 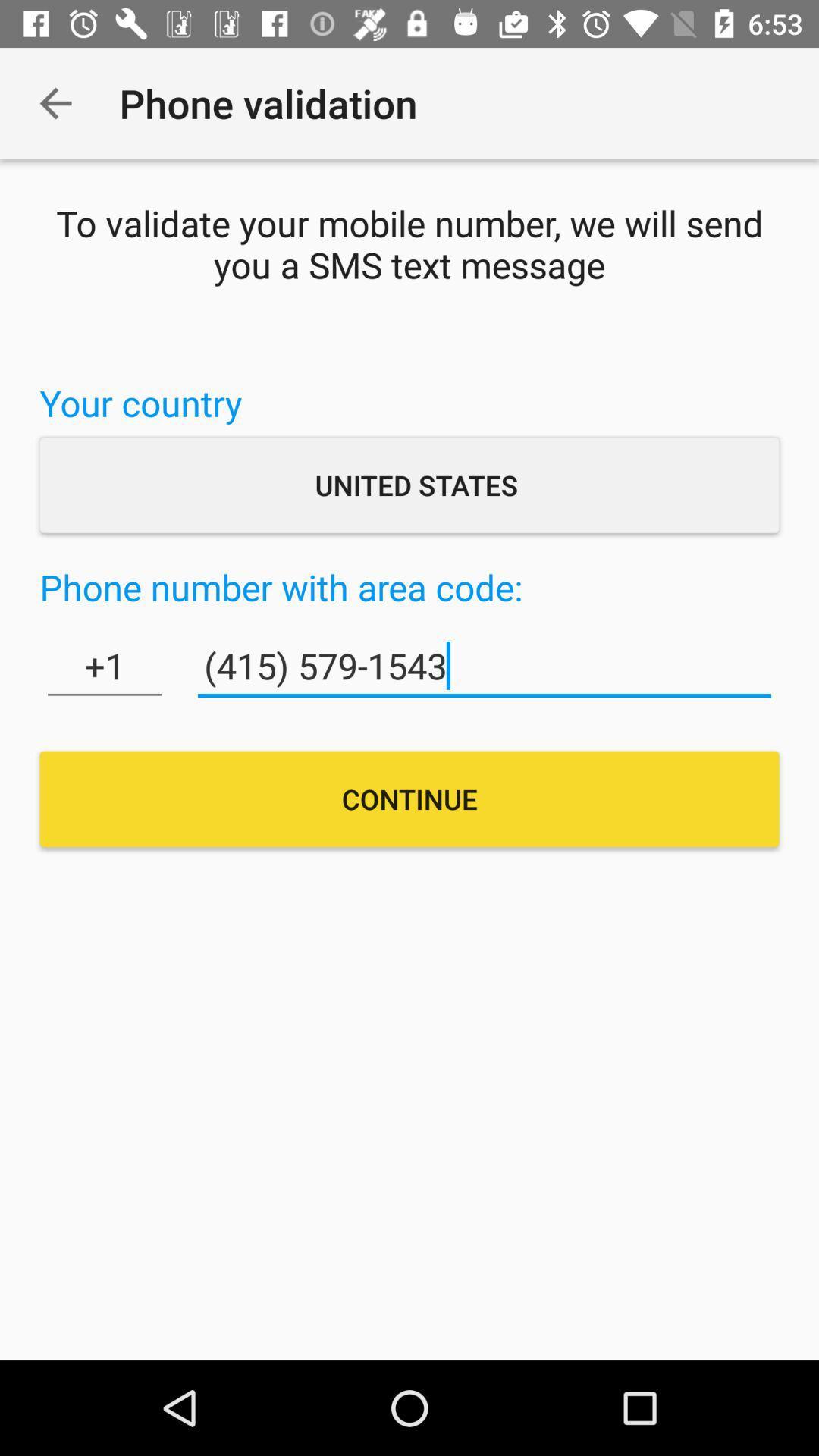 What do you see at coordinates (55, 102) in the screenshot?
I see `app to the left of phone validation app` at bounding box center [55, 102].